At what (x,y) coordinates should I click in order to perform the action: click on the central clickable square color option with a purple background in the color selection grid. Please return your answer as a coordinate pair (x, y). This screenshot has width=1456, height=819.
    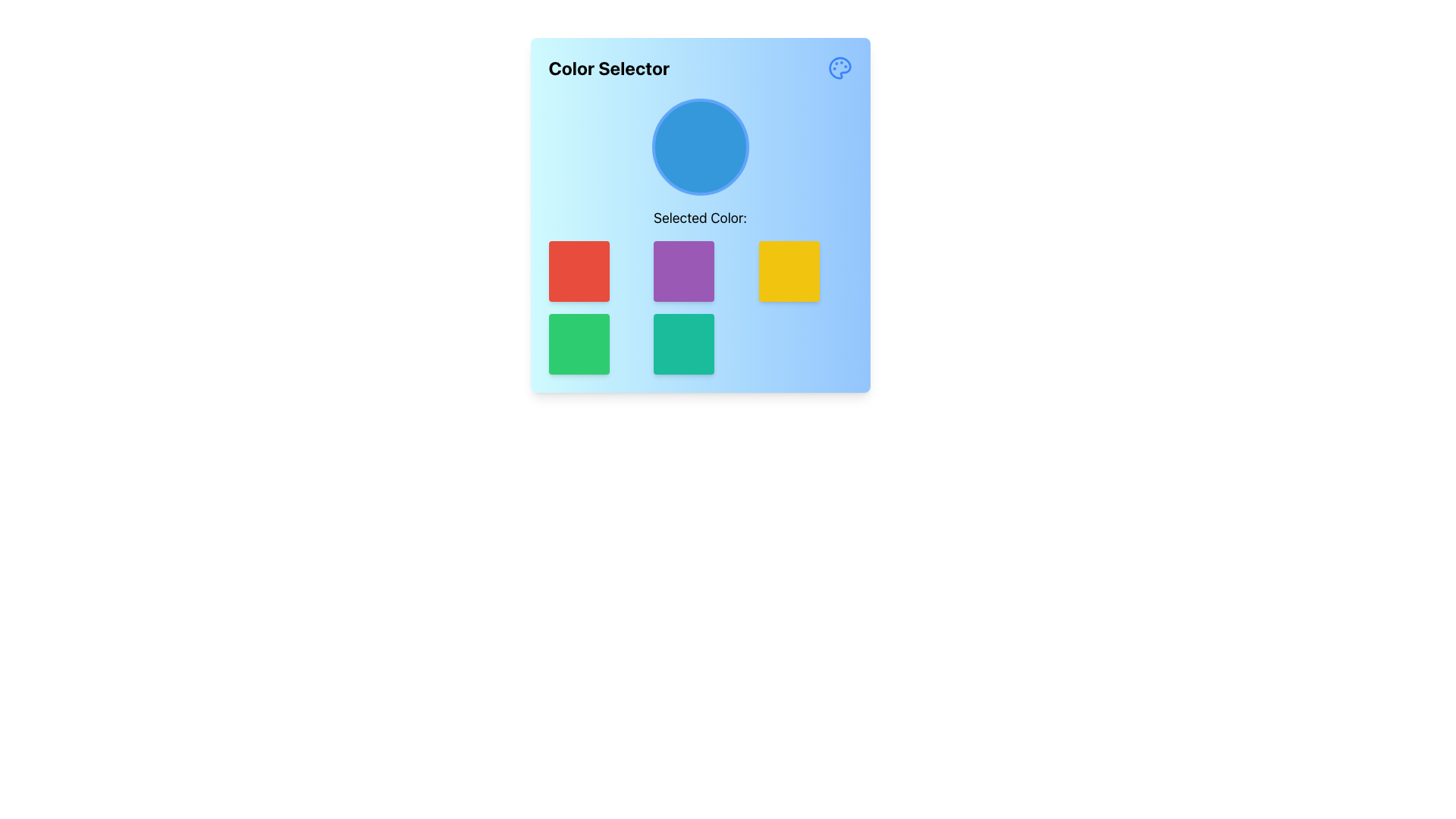
    Looking at the image, I should click on (683, 271).